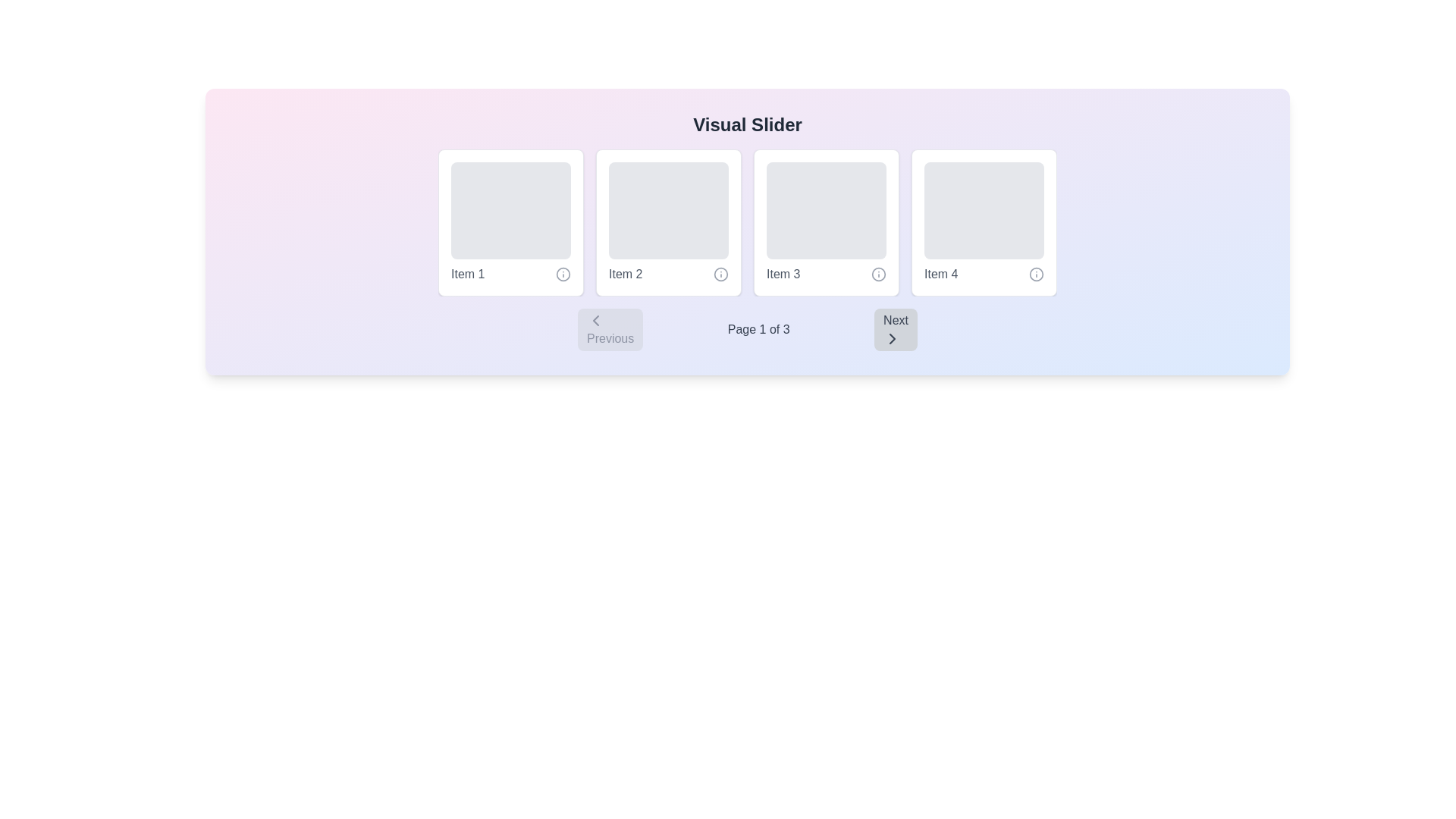 This screenshot has height=819, width=1456. What do you see at coordinates (783, 275) in the screenshot?
I see `the text label representing the item's name or title located within the third card, directly beneath the image placeholder` at bounding box center [783, 275].